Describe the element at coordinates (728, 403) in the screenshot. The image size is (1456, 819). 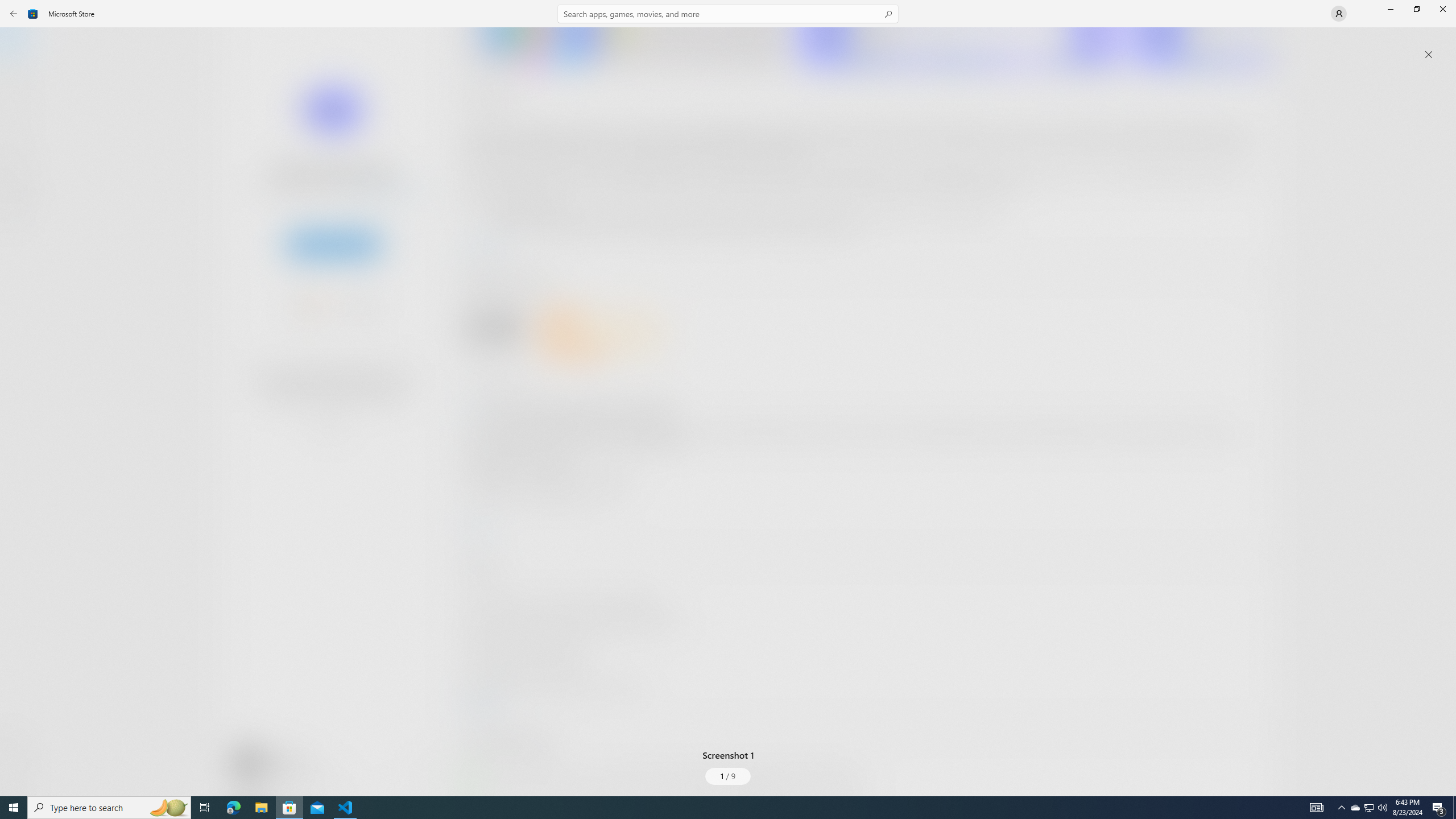
I see `'Screenshot 1'` at that location.